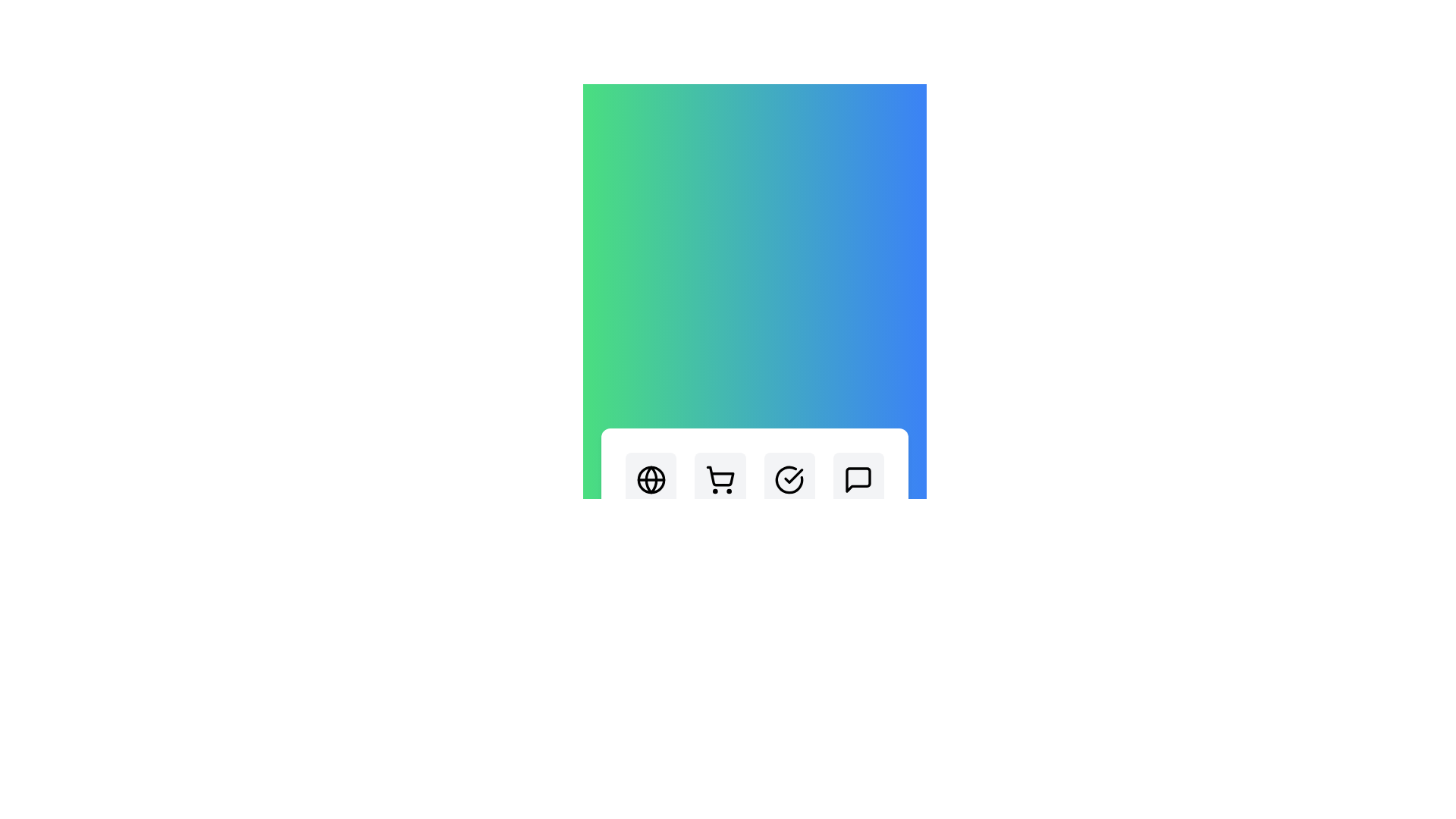  Describe the element at coordinates (858, 494) in the screenshot. I see `the 'Communicate' button` at that location.